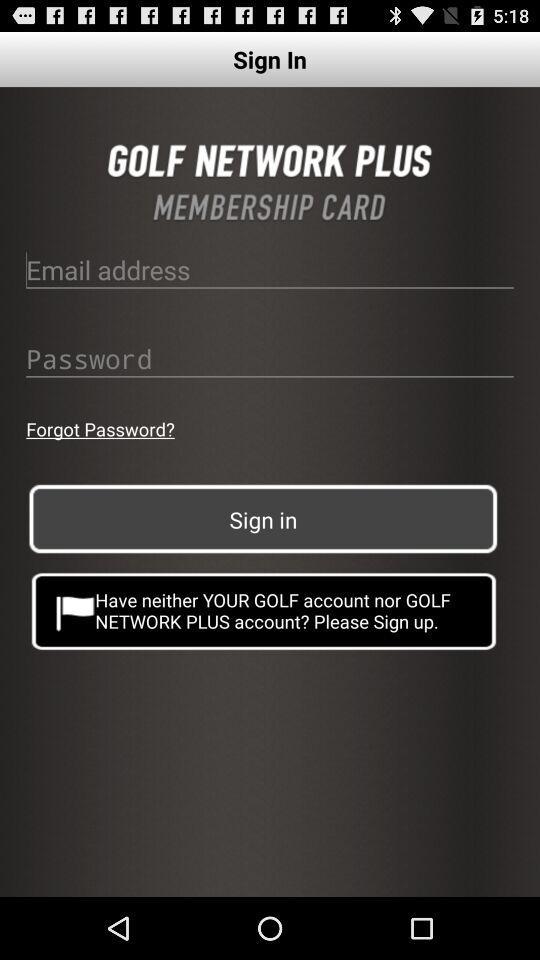 The image size is (540, 960). What do you see at coordinates (264, 609) in the screenshot?
I see `the have neither your icon` at bounding box center [264, 609].